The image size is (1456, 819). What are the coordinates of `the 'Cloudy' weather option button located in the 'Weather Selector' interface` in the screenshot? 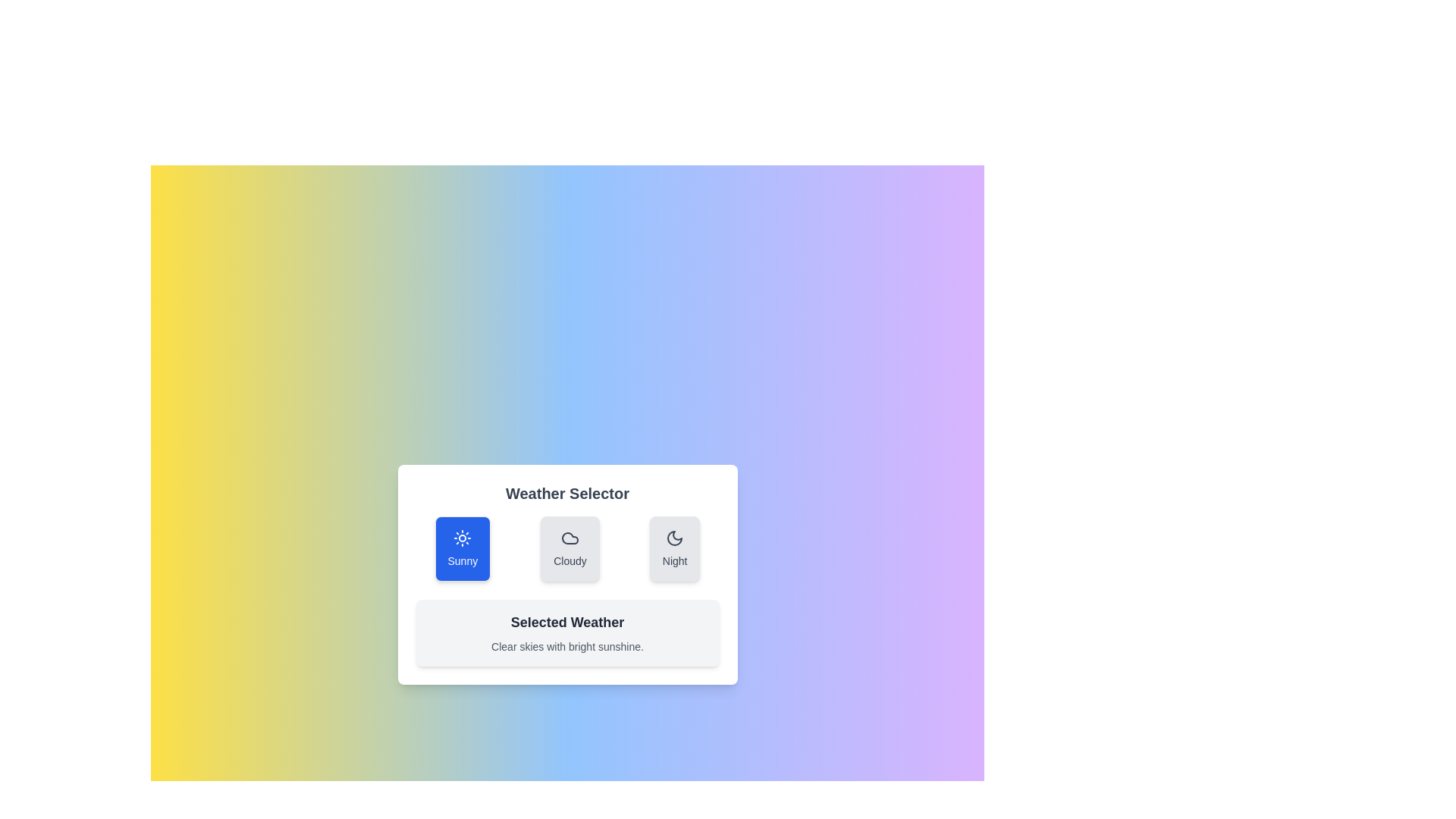 It's located at (570, 549).